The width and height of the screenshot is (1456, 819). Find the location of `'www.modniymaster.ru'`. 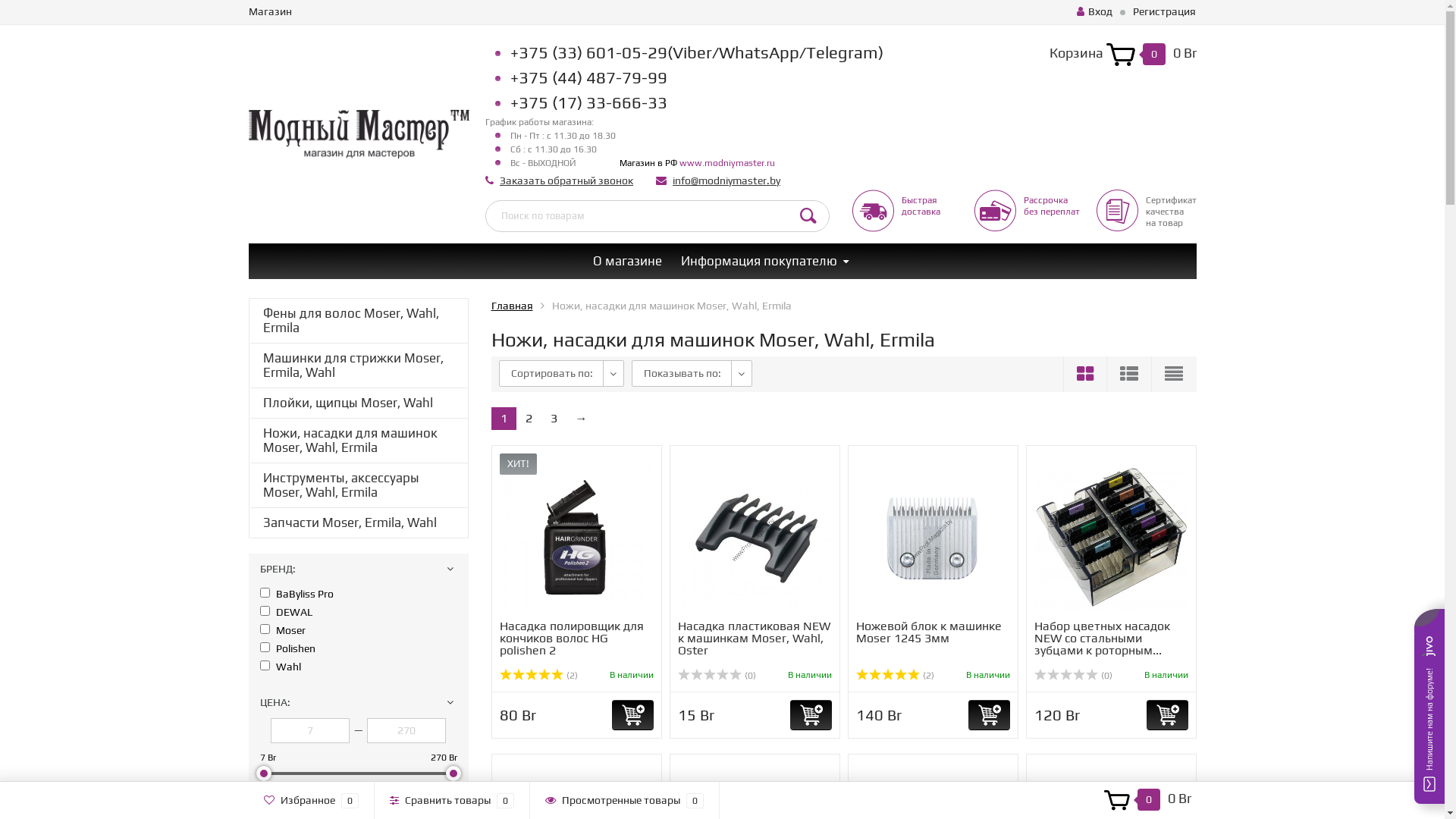

'www.modniymaster.ru' is located at coordinates (726, 163).